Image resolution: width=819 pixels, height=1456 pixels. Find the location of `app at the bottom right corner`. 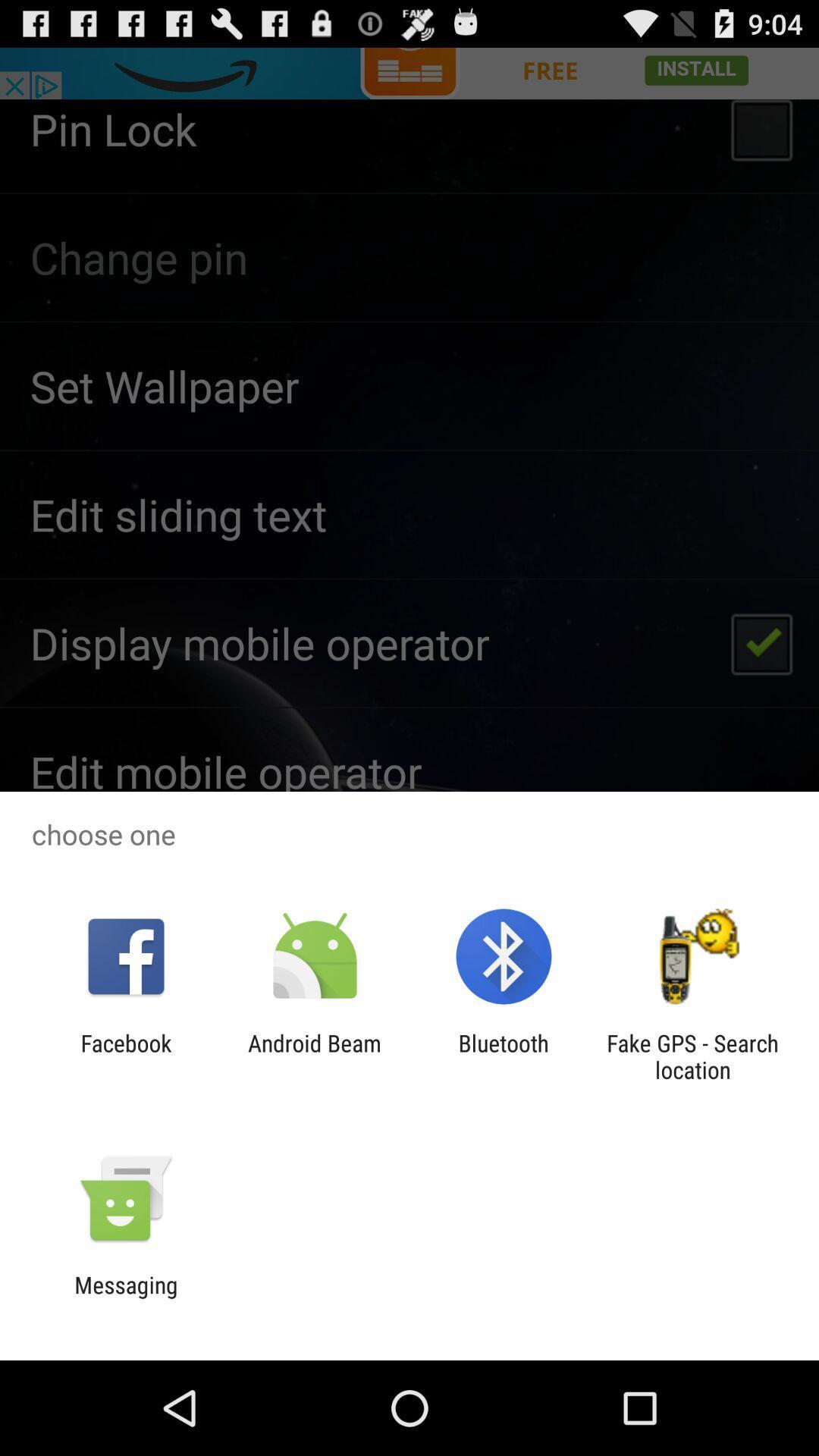

app at the bottom right corner is located at coordinates (692, 1056).